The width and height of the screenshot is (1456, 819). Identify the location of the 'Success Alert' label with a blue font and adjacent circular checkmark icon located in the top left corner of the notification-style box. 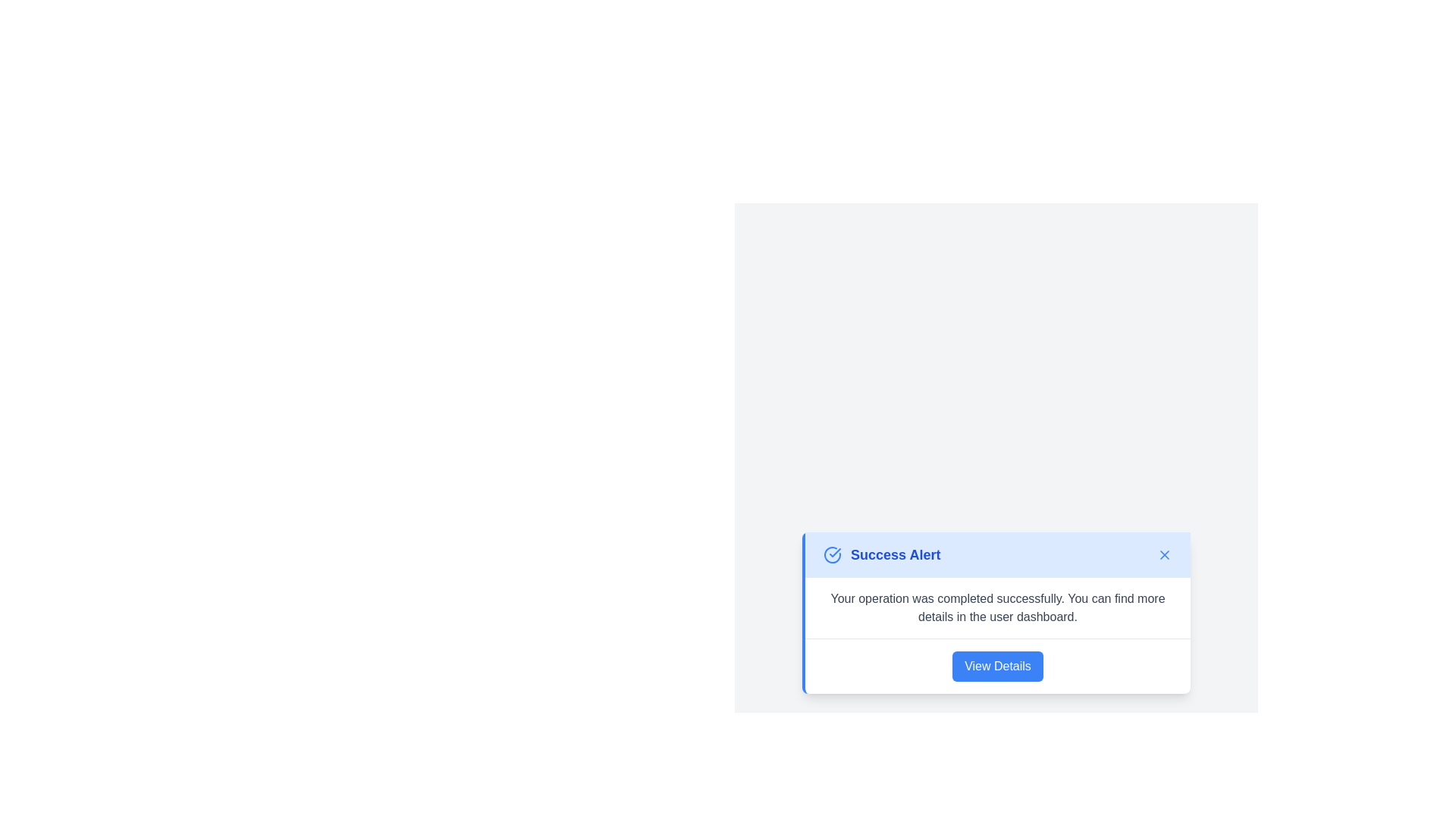
(882, 554).